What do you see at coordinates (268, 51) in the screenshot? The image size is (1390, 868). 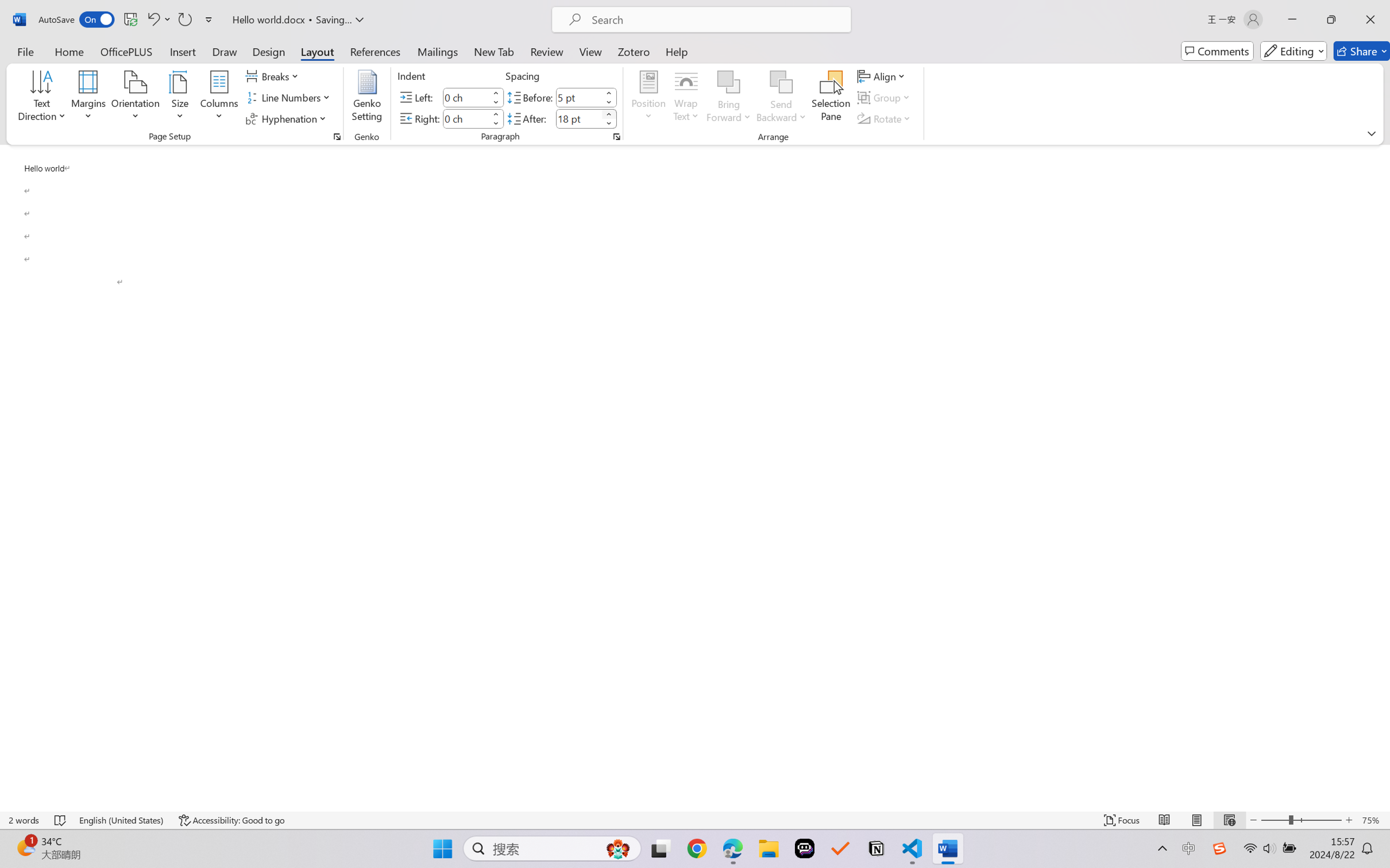 I see `'Design'` at bounding box center [268, 51].